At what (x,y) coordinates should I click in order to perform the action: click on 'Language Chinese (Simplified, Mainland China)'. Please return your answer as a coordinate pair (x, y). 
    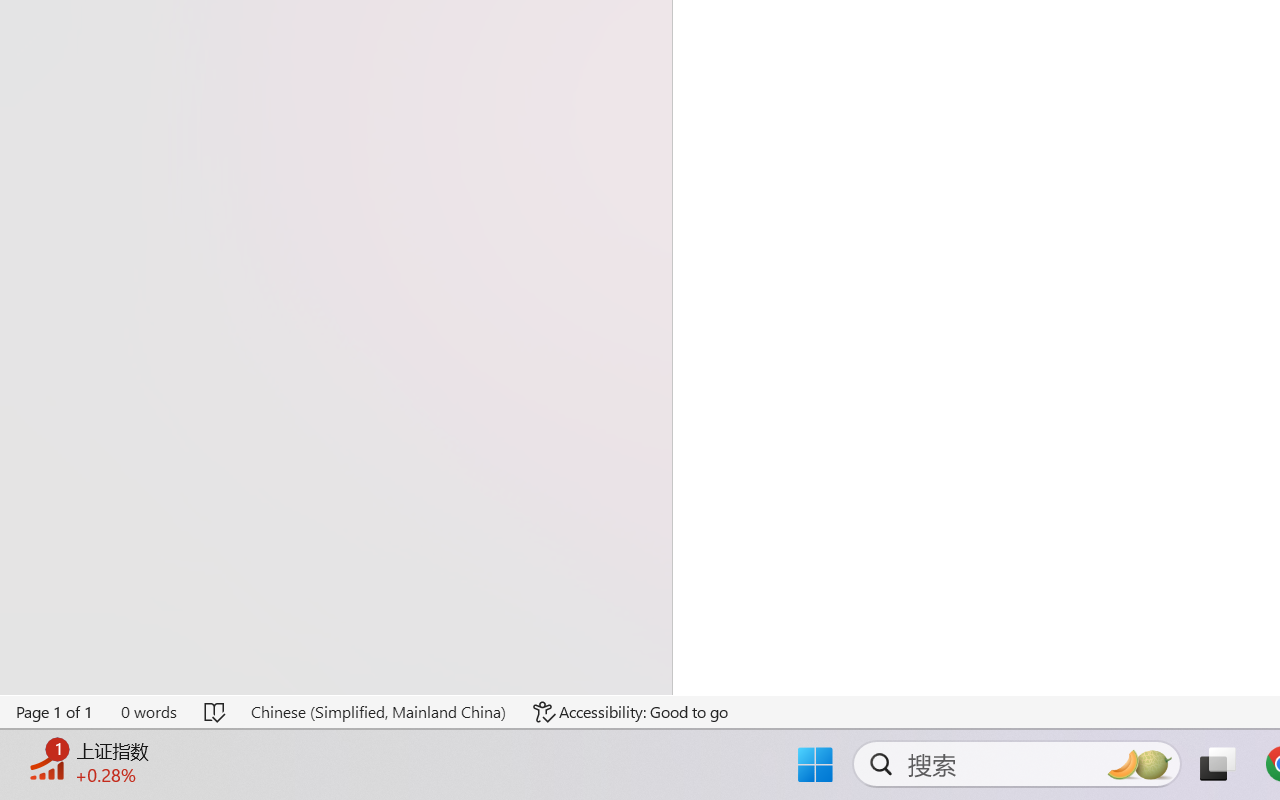
    Looking at the image, I should click on (378, 711).